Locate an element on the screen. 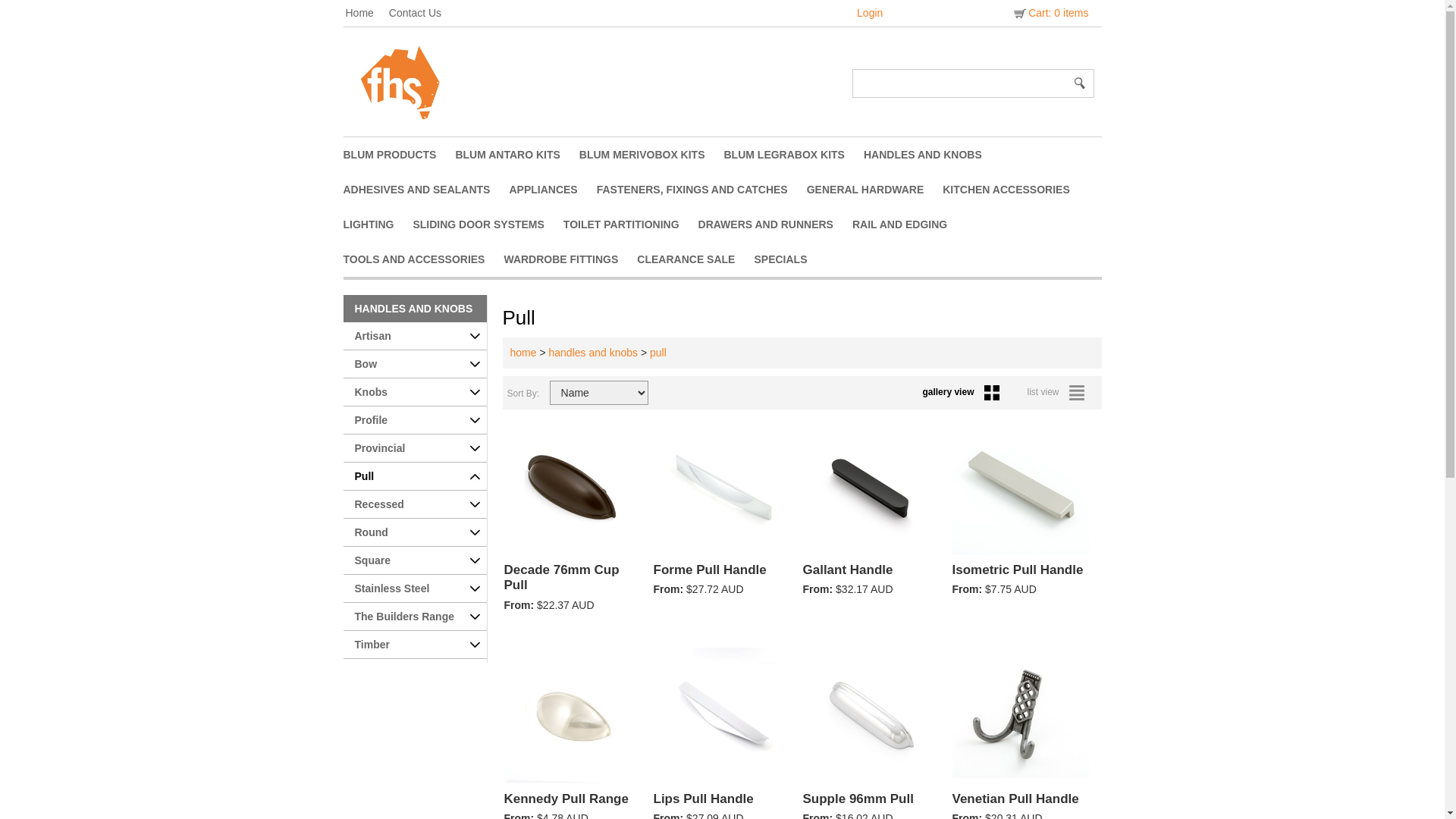 This screenshot has width=1456, height=819. 'Bow' is located at coordinates (341, 364).